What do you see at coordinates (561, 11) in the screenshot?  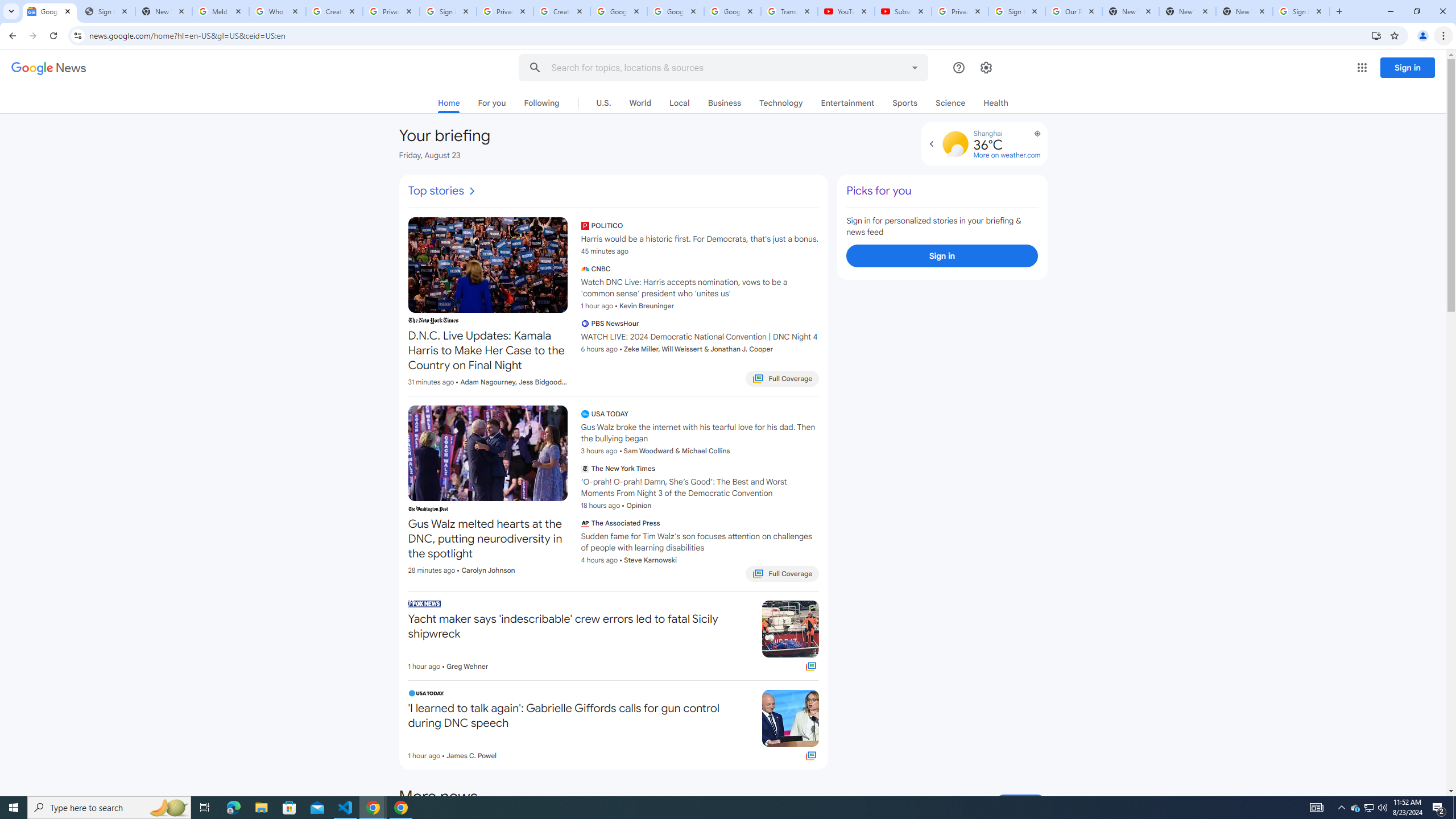 I see `'Create your Google Account'` at bounding box center [561, 11].